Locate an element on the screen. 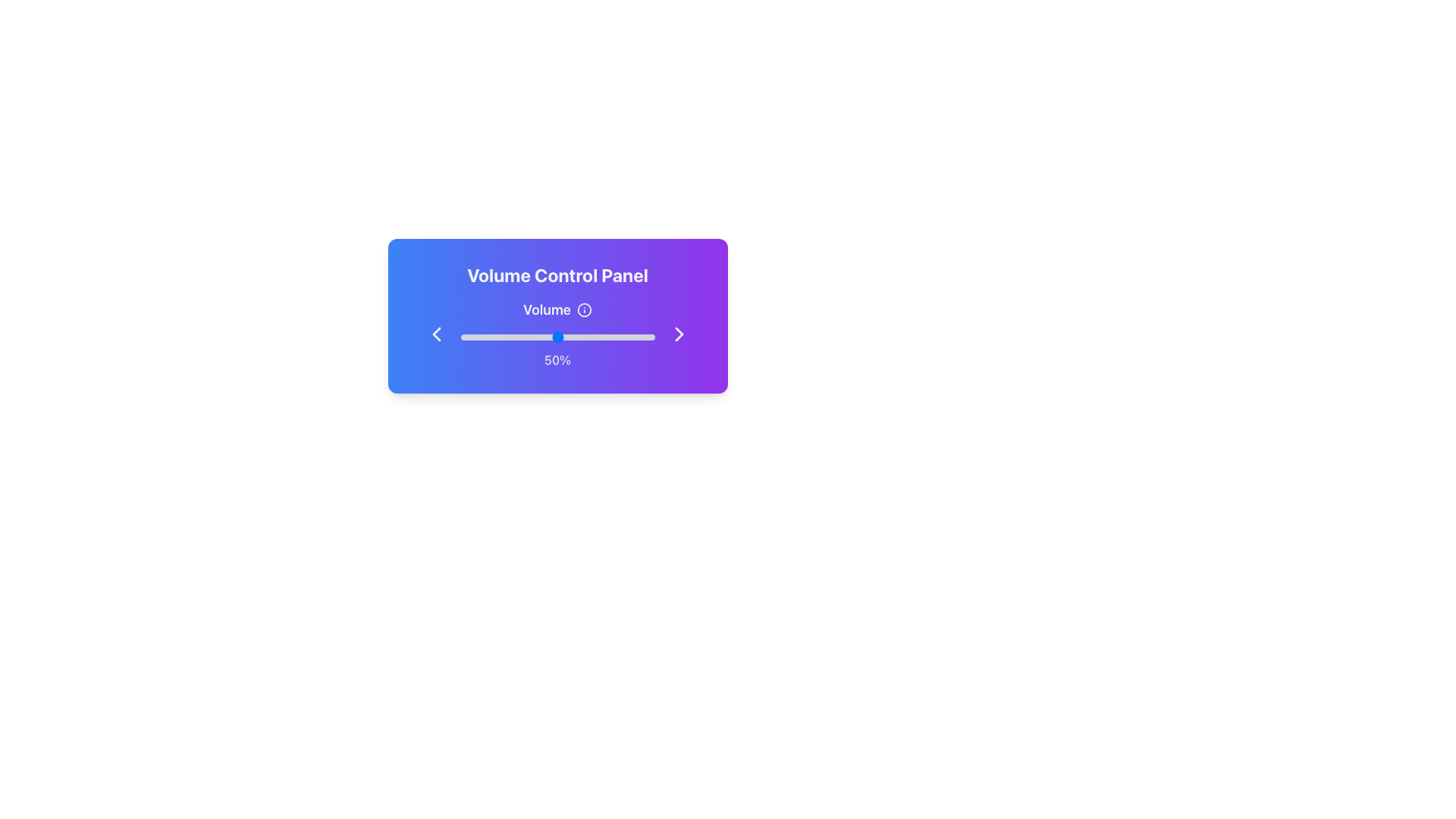 This screenshot has width=1456, height=819. the interactive volume slider element, which is styled with a gradient from blue to purple and displays 'Volume' above and '50%' below is located at coordinates (557, 333).